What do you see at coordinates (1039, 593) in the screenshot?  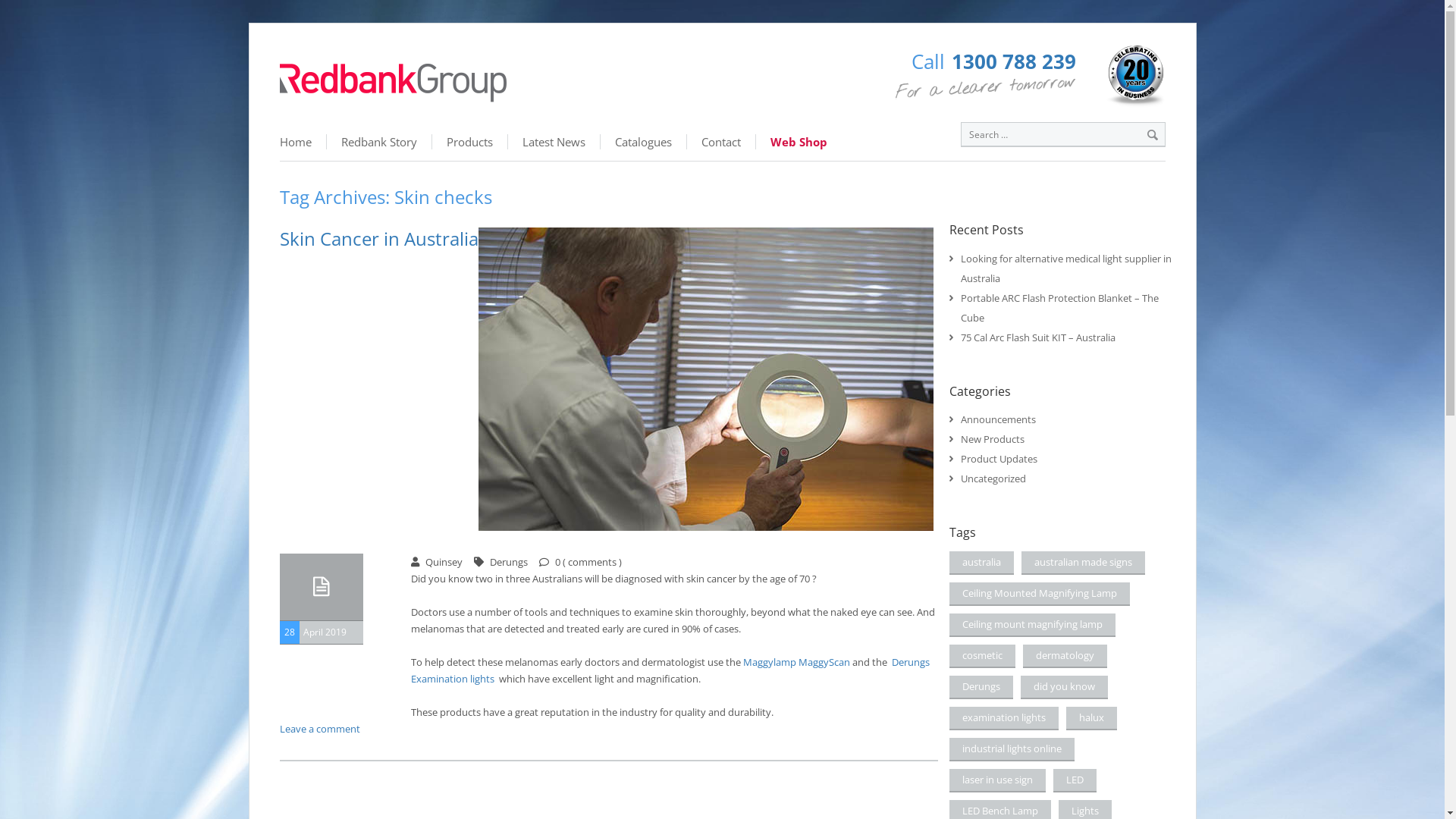 I see `'Ceiling Mounted Magnifying Lamp'` at bounding box center [1039, 593].